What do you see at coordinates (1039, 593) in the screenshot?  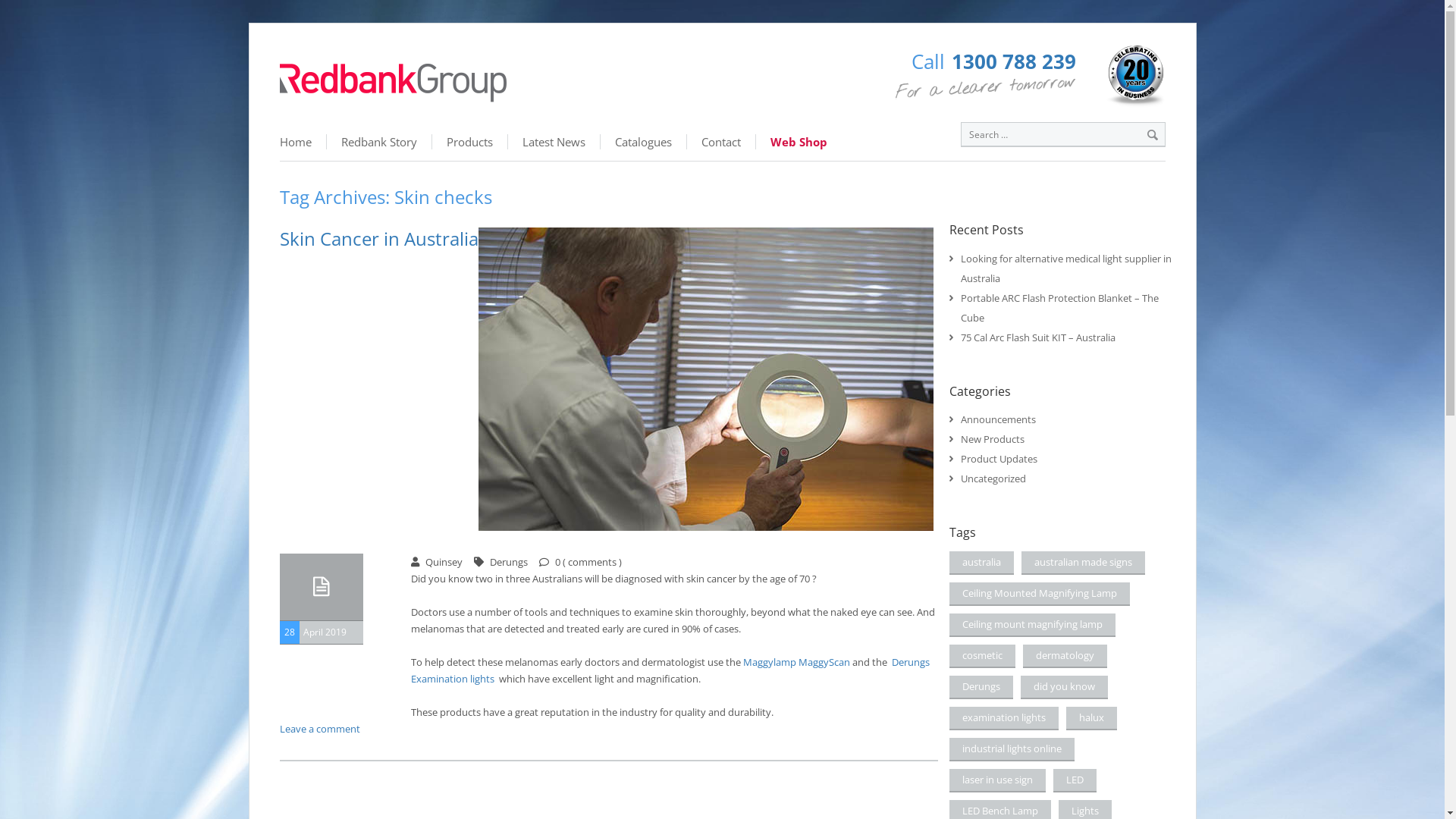 I see `'Ceiling Mounted Magnifying Lamp'` at bounding box center [1039, 593].